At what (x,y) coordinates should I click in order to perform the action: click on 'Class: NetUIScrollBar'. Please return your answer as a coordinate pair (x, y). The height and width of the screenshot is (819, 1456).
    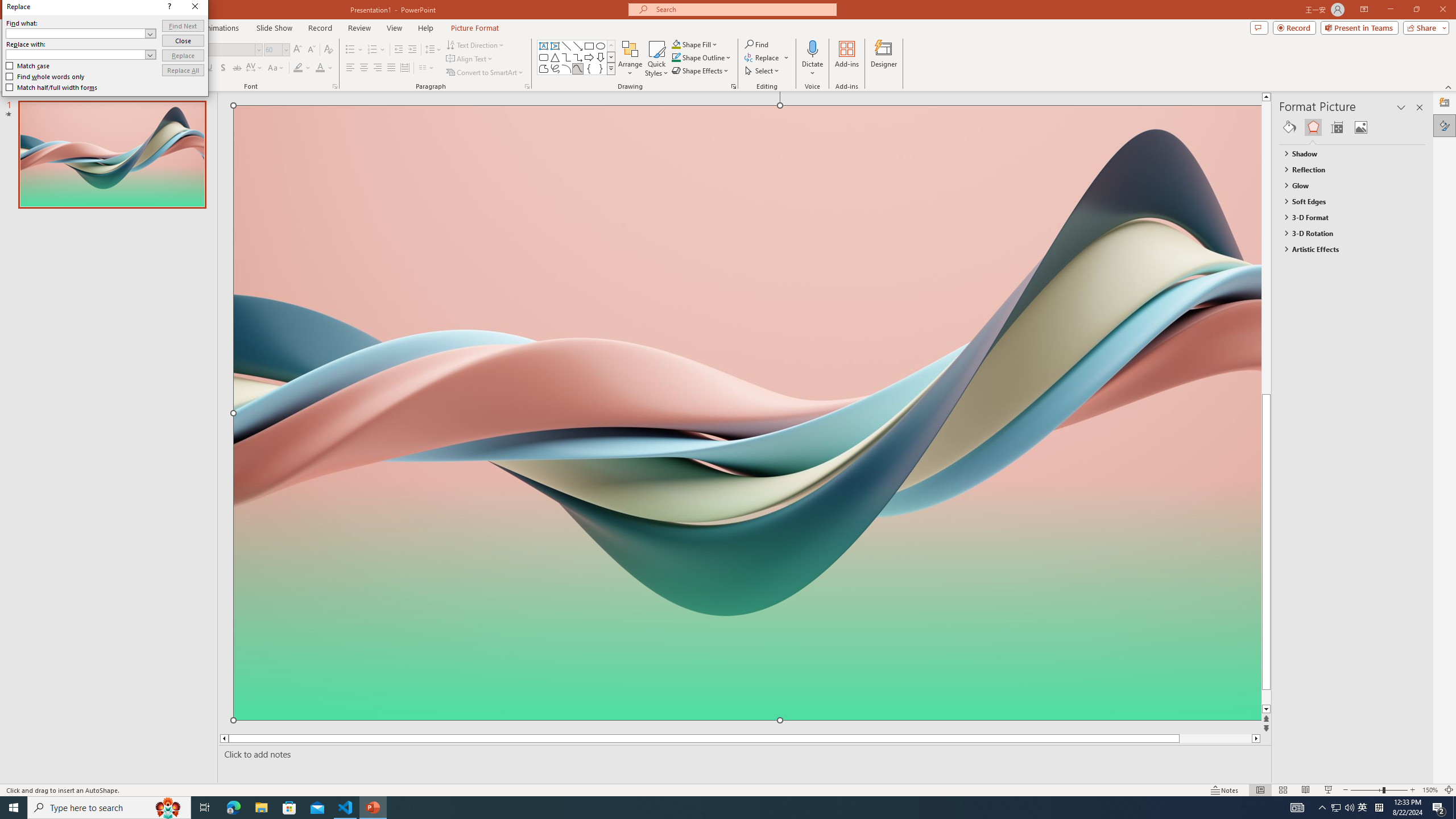
    Looking at the image, I should click on (1420, 460).